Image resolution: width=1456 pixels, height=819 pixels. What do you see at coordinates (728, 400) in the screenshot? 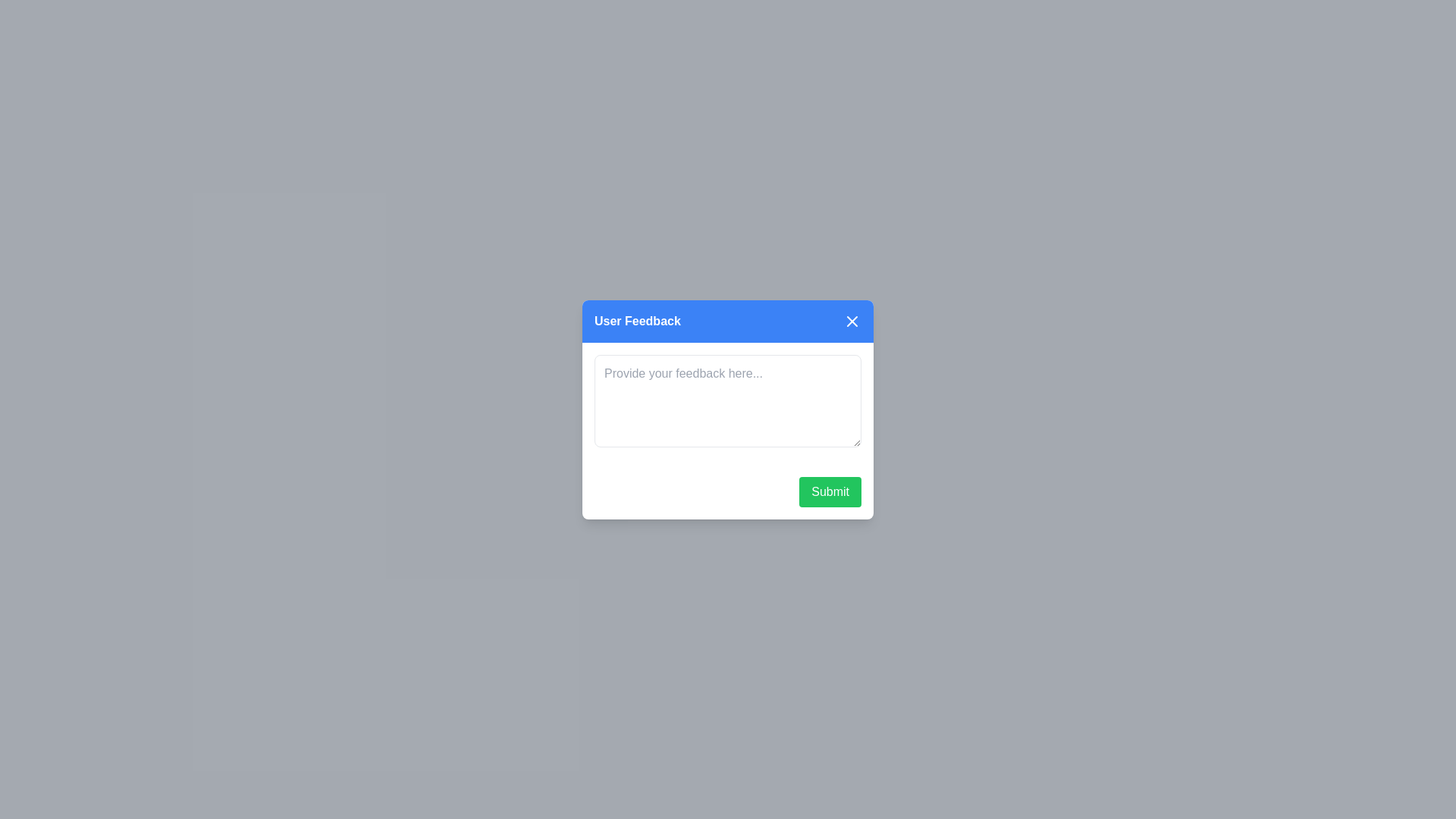
I see `the feedback input box and type the text 'This is a test feedback'` at bounding box center [728, 400].